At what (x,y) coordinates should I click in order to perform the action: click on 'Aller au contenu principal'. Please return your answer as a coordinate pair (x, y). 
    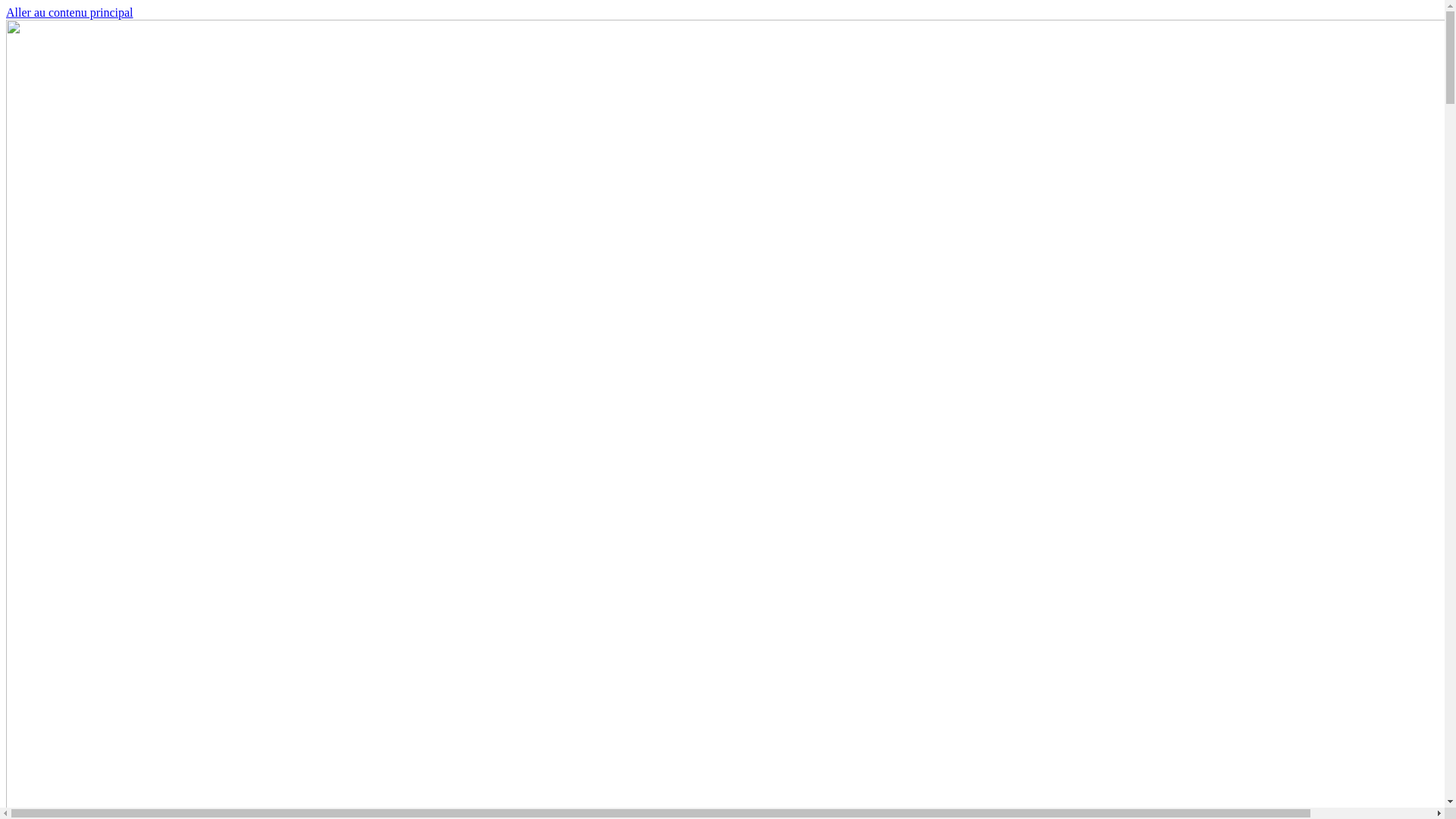
    Looking at the image, I should click on (68, 12).